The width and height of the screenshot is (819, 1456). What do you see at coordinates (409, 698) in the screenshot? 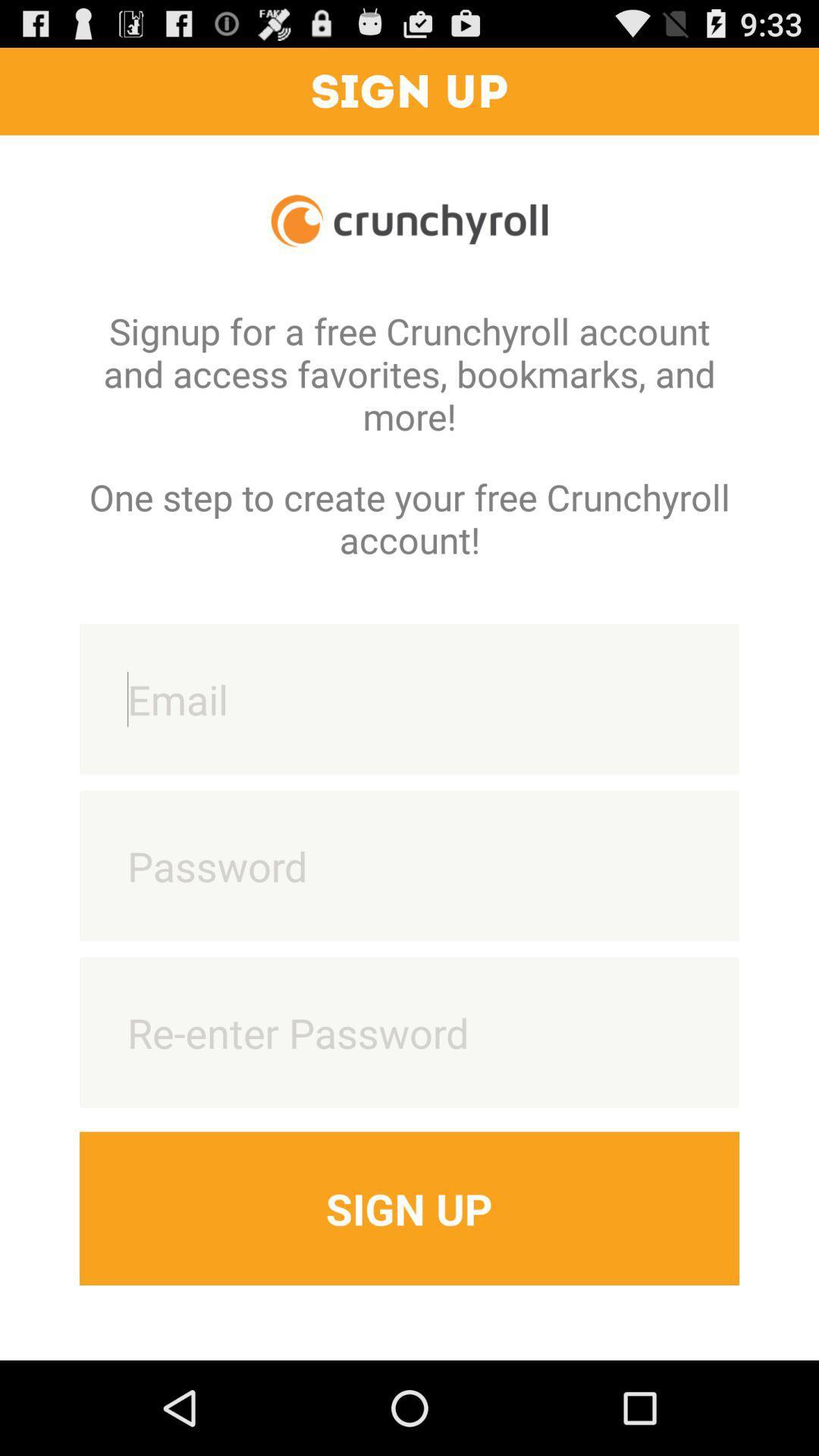
I see `email address text box` at bounding box center [409, 698].